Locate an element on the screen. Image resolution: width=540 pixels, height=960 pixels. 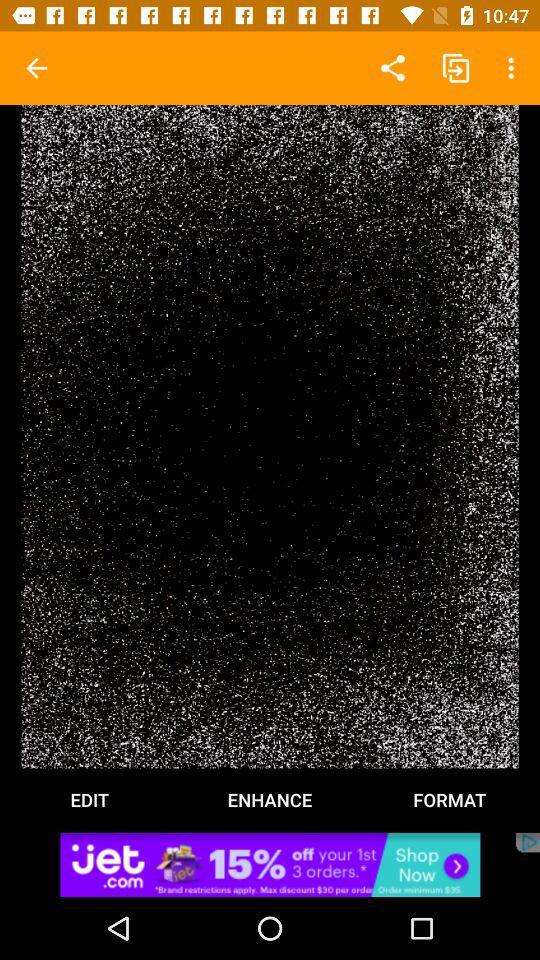
adjust image is located at coordinates (270, 436).